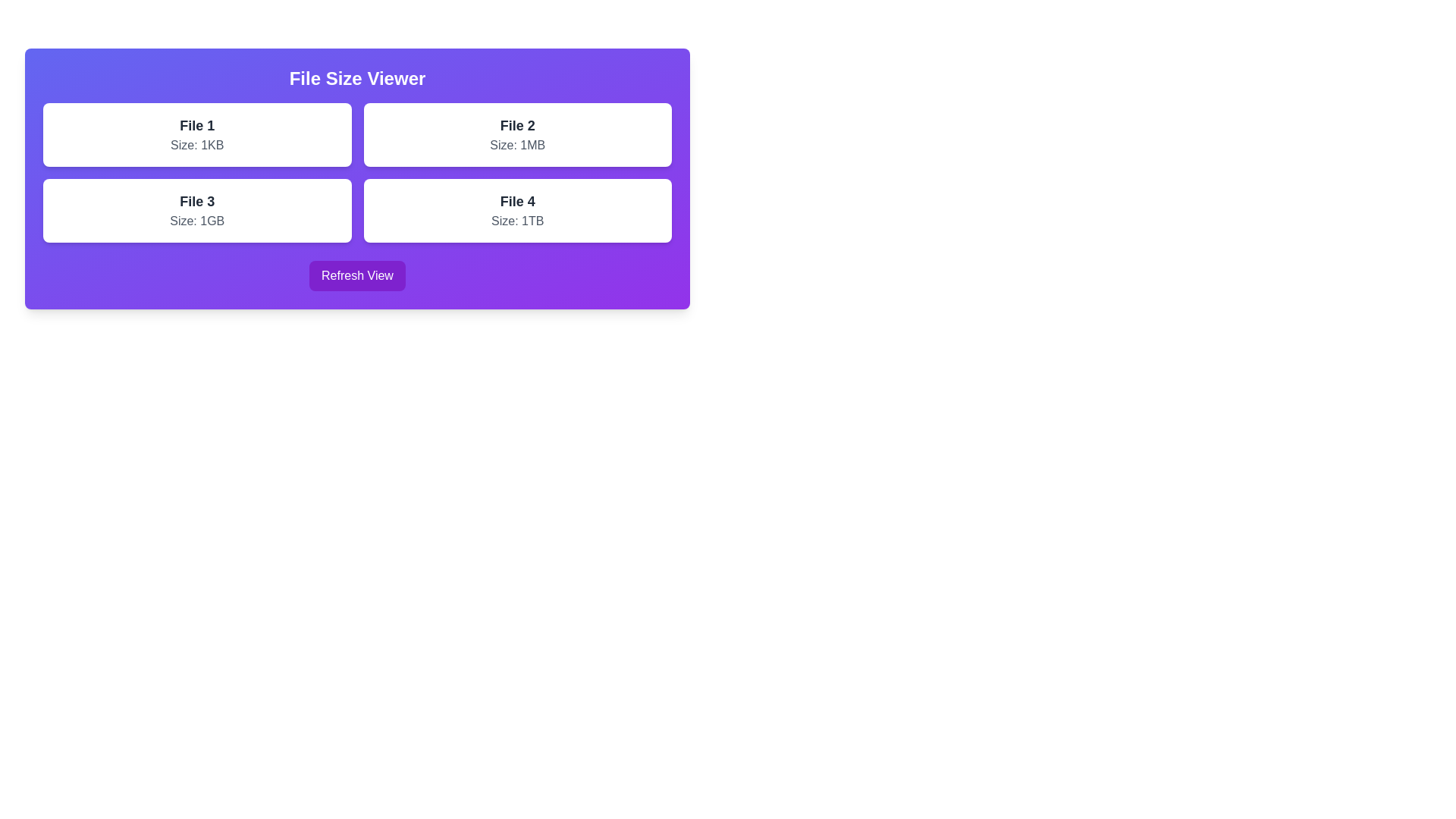 This screenshot has width=1456, height=819. Describe the element at coordinates (196, 201) in the screenshot. I see `around the bold, centered text label displaying 'File 3' located in the lower-left quadrant of the interface` at that location.